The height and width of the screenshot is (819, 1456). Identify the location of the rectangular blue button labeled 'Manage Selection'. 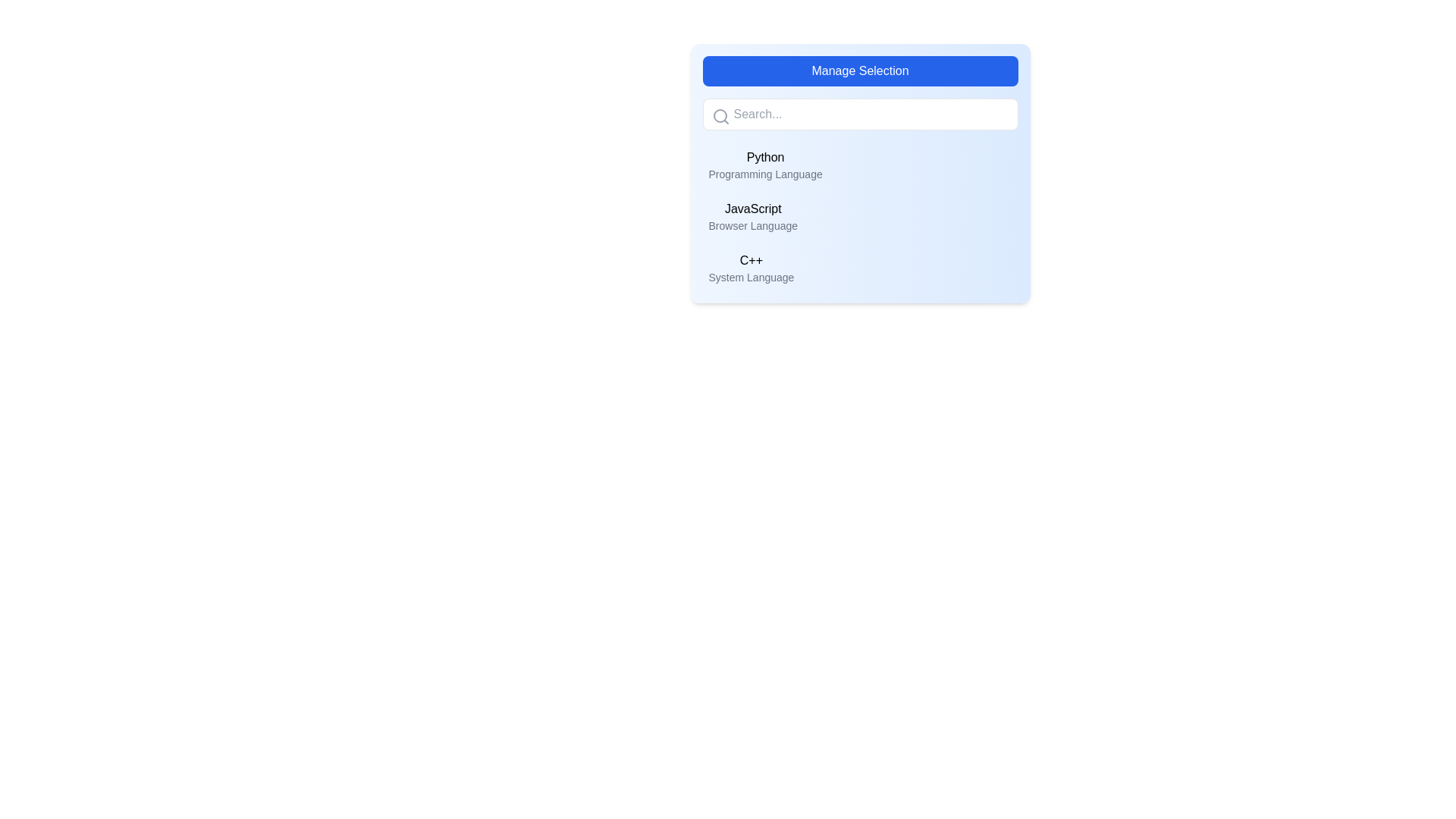
(860, 71).